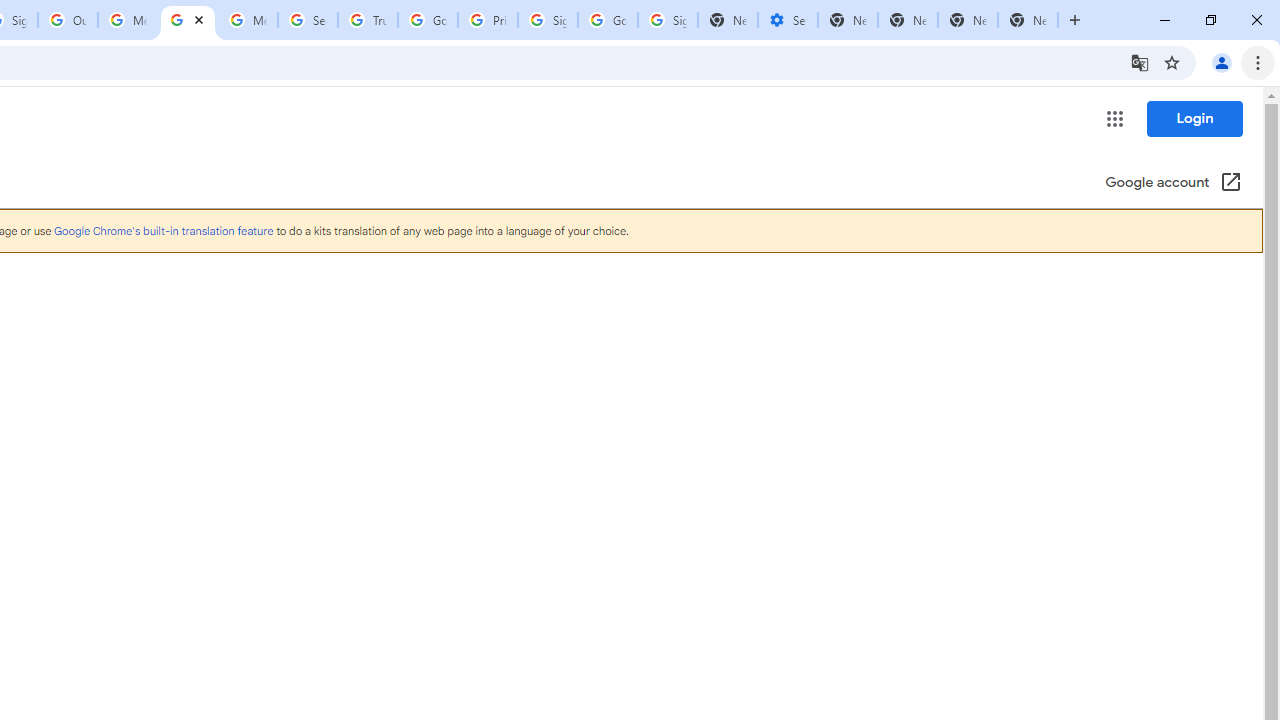  I want to click on 'Search our Doodle Library Collection - Google Doodles', so click(306, 20).